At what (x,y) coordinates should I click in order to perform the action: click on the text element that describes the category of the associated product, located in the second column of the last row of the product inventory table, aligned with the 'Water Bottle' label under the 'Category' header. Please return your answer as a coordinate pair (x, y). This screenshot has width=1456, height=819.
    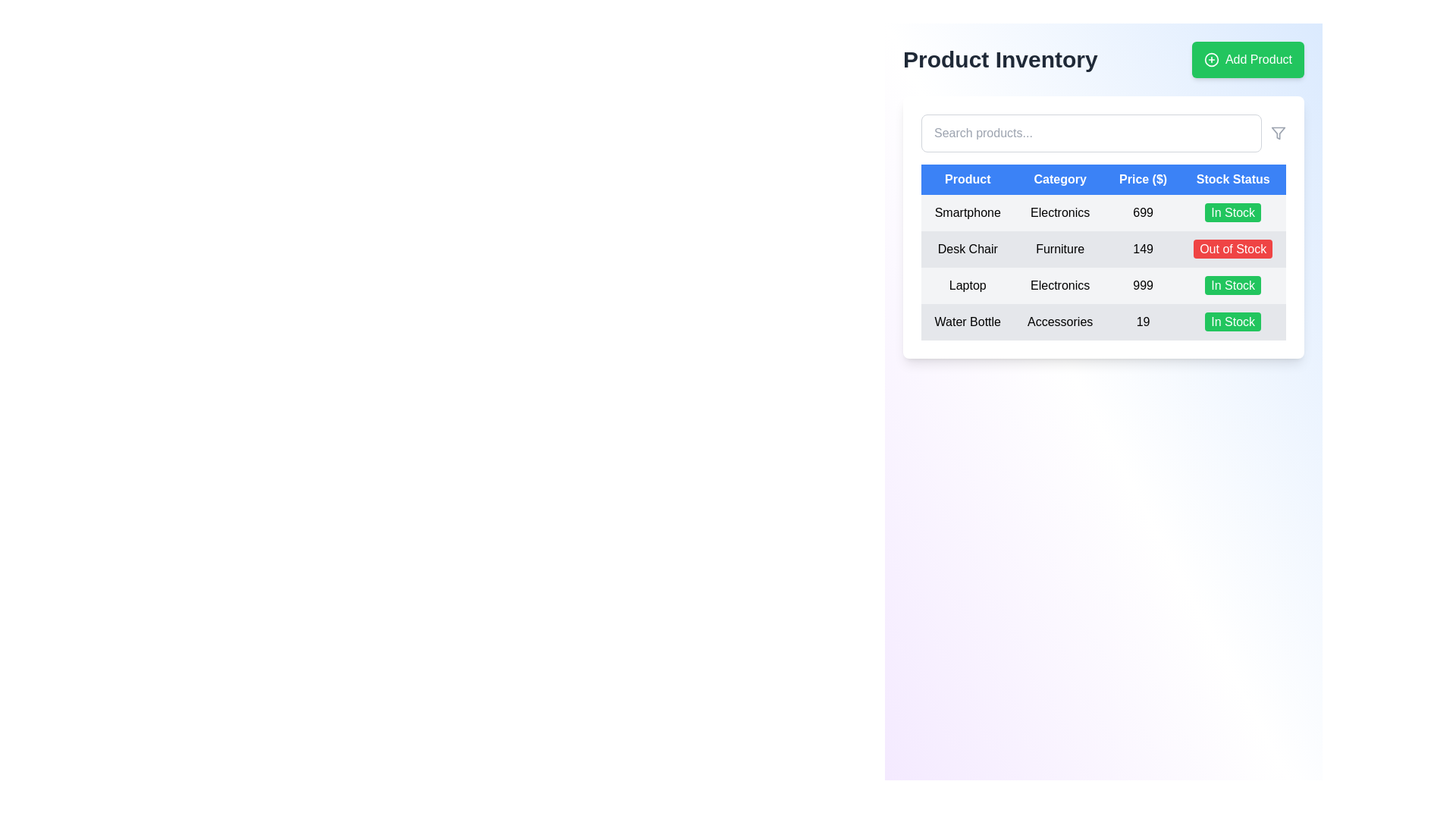
    Looking at the image, I should click on (1059, 321).